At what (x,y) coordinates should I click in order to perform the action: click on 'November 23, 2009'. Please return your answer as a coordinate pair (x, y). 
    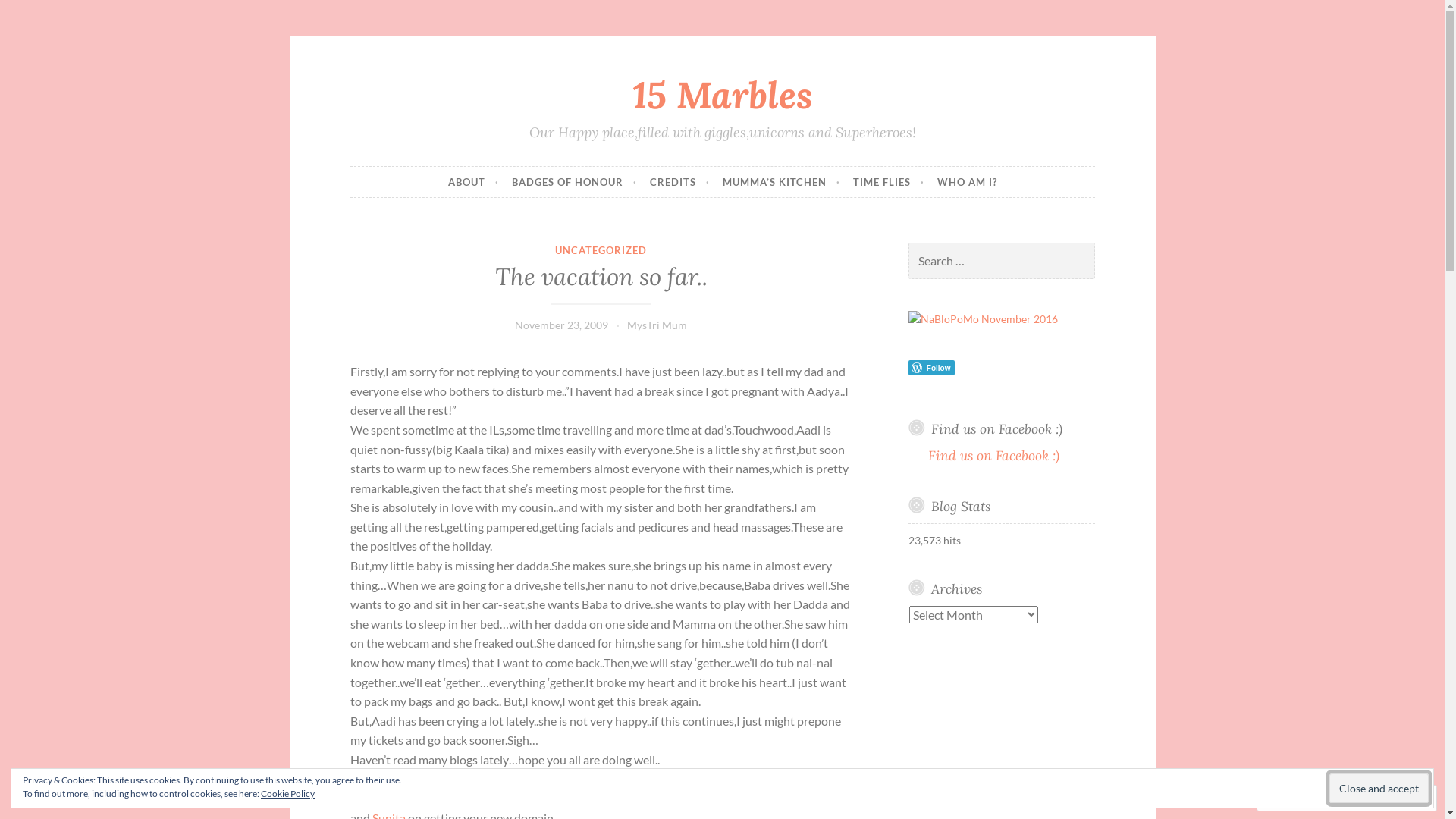
    Looking at the image, I should click on (514, 324).